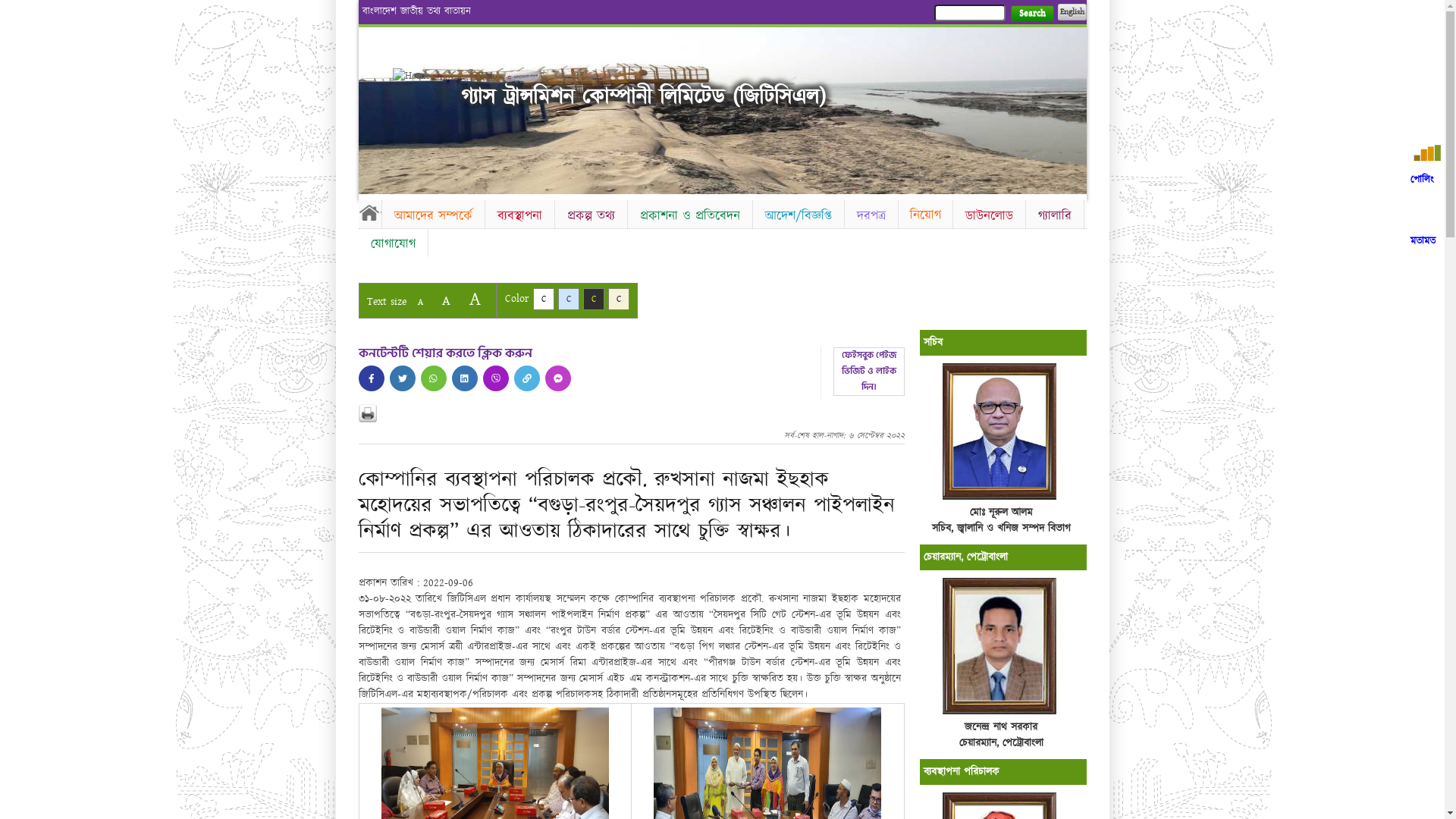  I want to click on 'A', so click(419, 302).